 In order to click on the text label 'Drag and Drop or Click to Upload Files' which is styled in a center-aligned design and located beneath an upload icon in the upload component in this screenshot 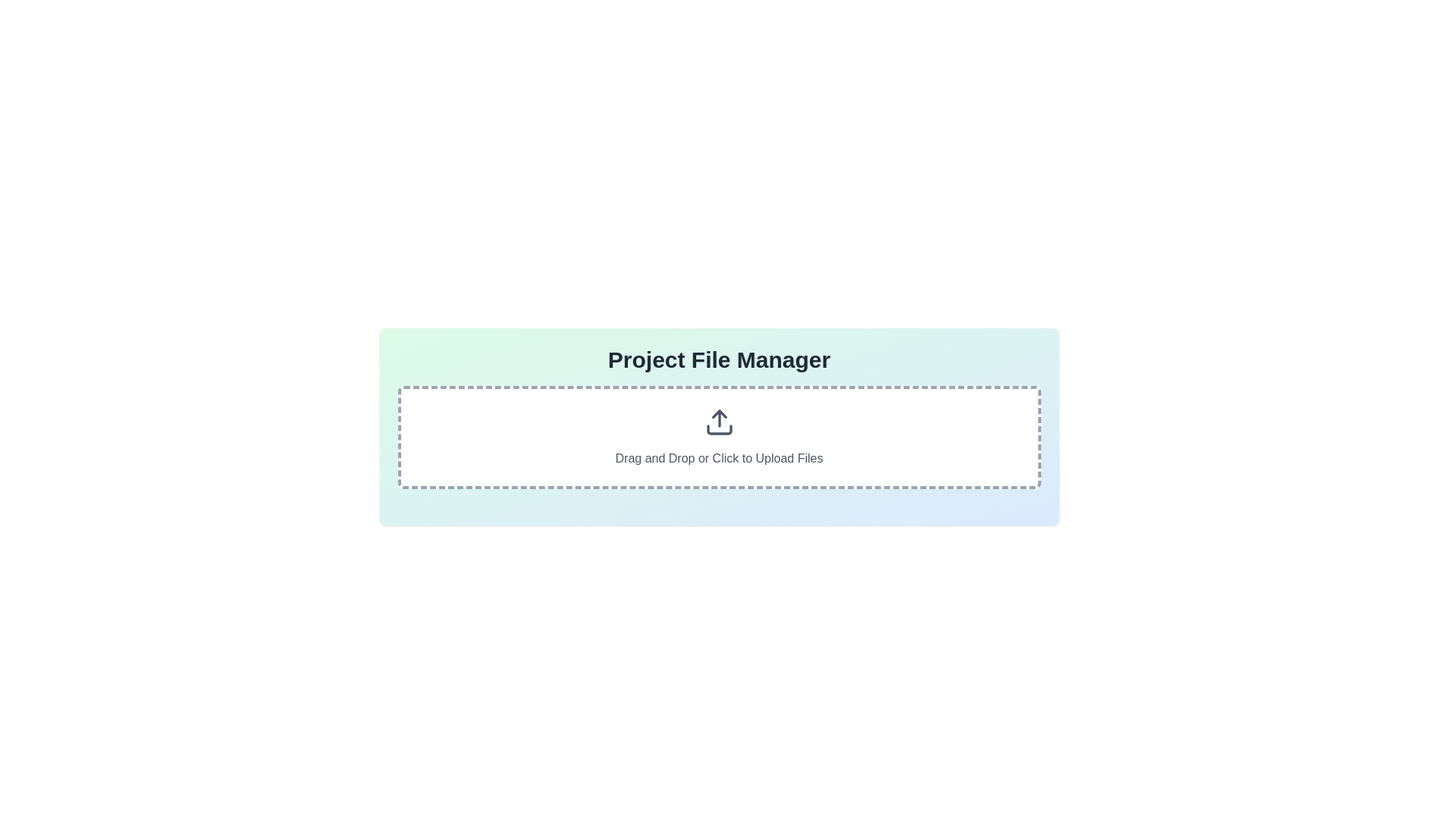, I will do `click(718, 458)`.